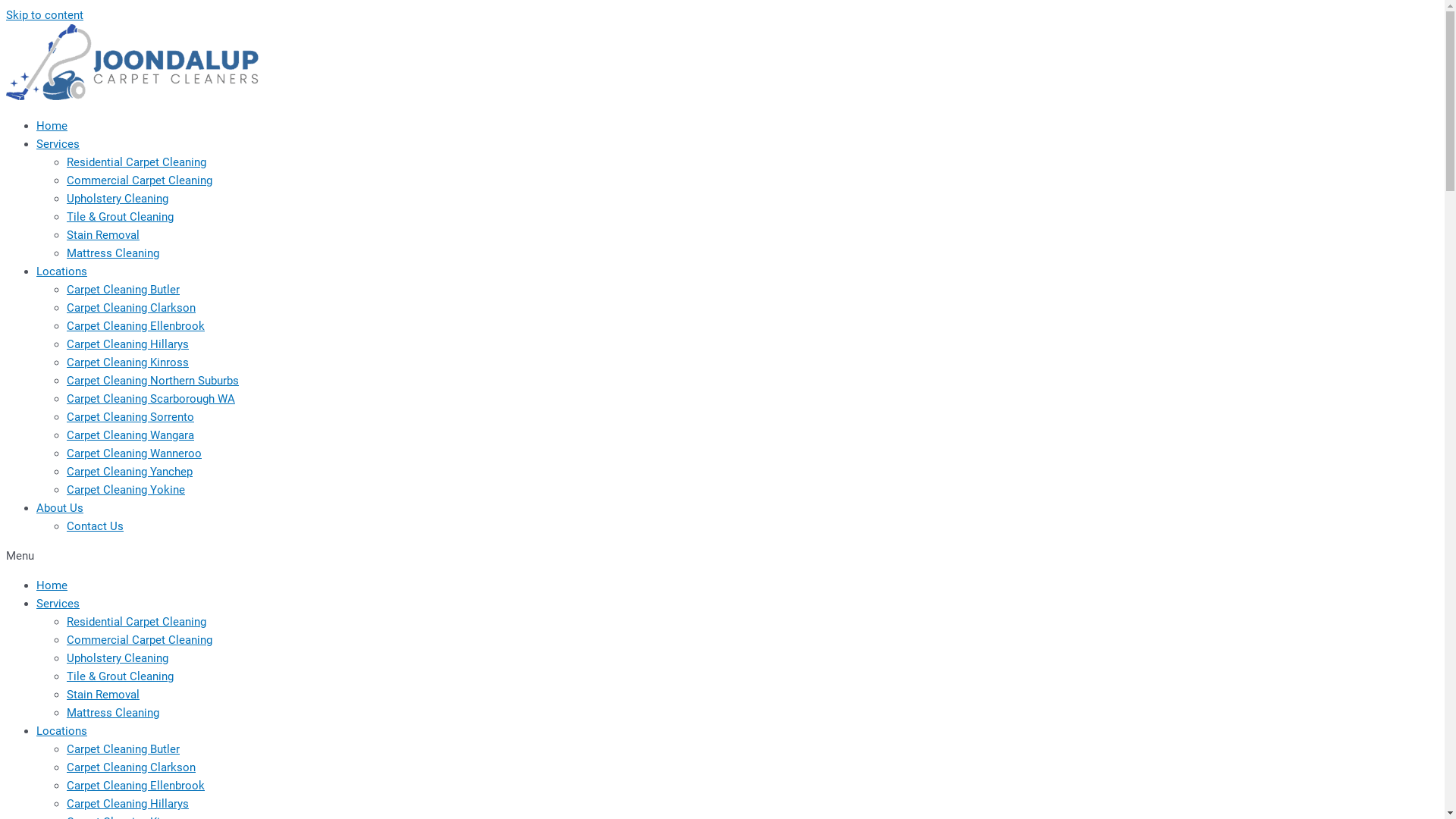 This screenshot has height=819, width=1456. Describe the element at coordinates (139, 180) in the screenshot. I see `'Commercial Carpet Cleaning'` at that location.